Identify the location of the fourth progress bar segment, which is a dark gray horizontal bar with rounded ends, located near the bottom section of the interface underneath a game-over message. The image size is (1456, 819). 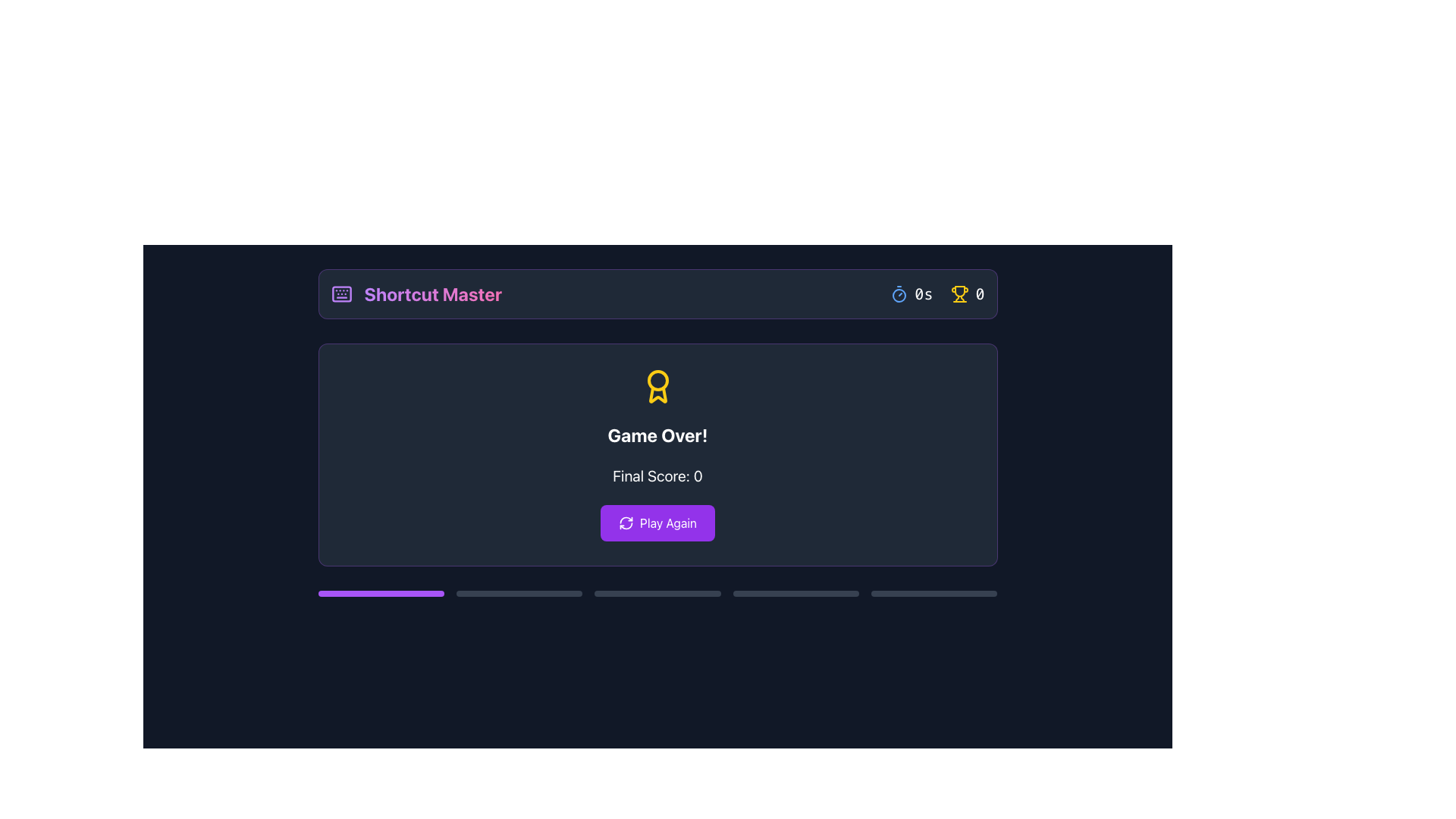
(795, 593).